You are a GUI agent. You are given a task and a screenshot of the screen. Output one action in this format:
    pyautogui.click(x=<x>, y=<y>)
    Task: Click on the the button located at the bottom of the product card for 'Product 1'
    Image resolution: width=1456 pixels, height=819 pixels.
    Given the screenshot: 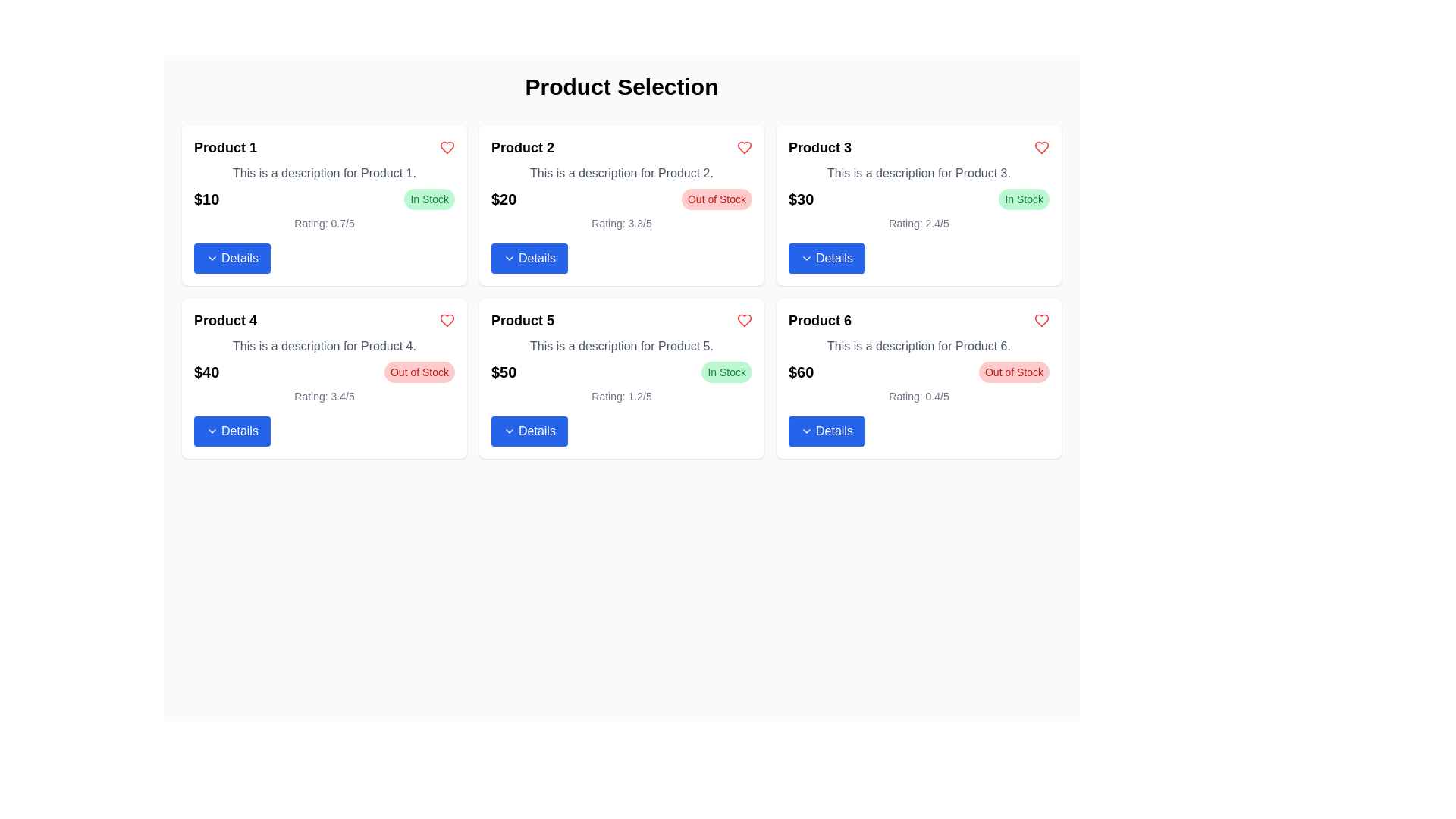 What is the action you would take?
    pyautogui.click(x=231, y=257)
    